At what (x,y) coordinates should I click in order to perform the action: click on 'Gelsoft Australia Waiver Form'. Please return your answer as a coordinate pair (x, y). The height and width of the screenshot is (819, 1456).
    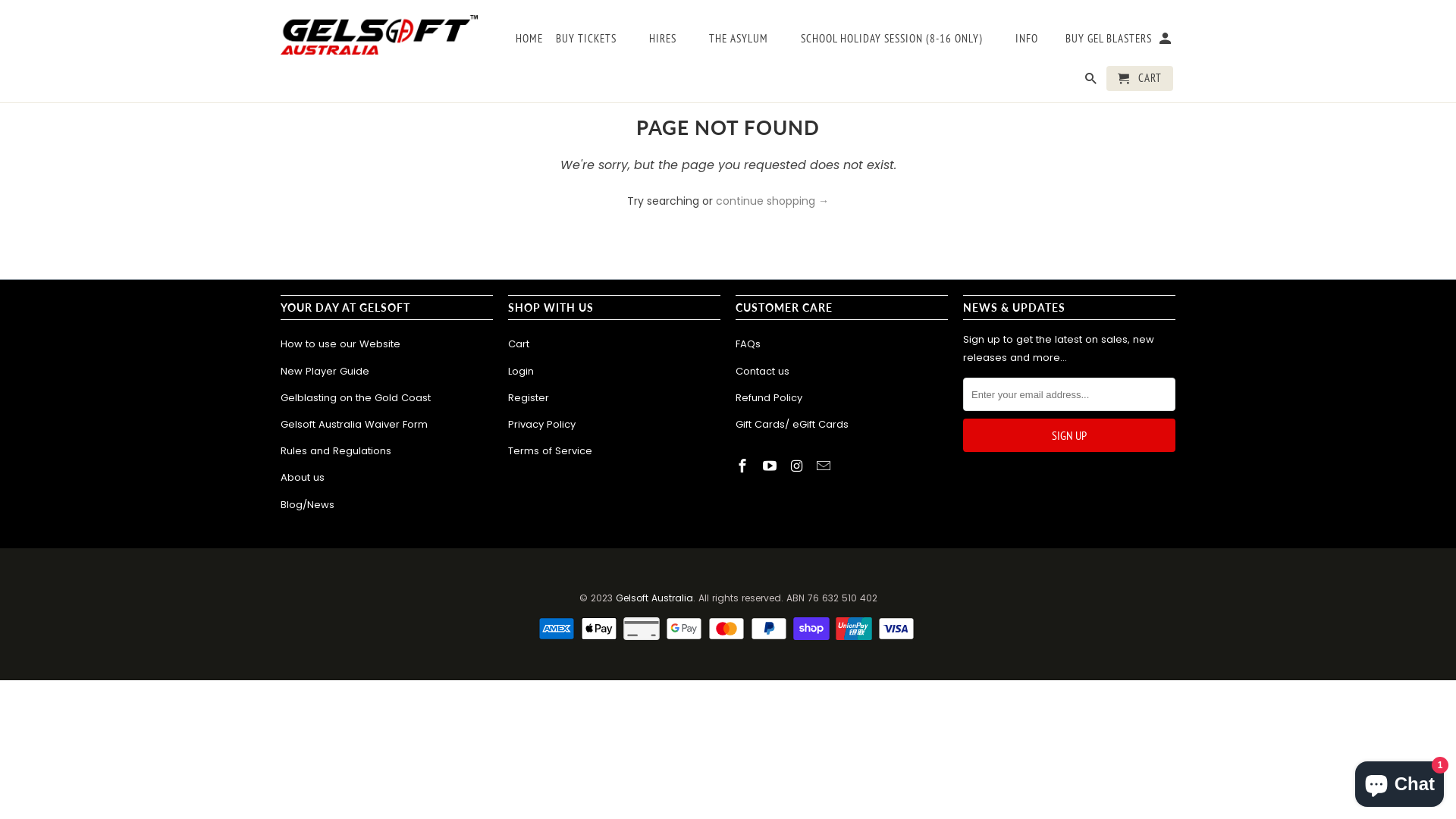
    Looking at the image, I should click on (353, 424).